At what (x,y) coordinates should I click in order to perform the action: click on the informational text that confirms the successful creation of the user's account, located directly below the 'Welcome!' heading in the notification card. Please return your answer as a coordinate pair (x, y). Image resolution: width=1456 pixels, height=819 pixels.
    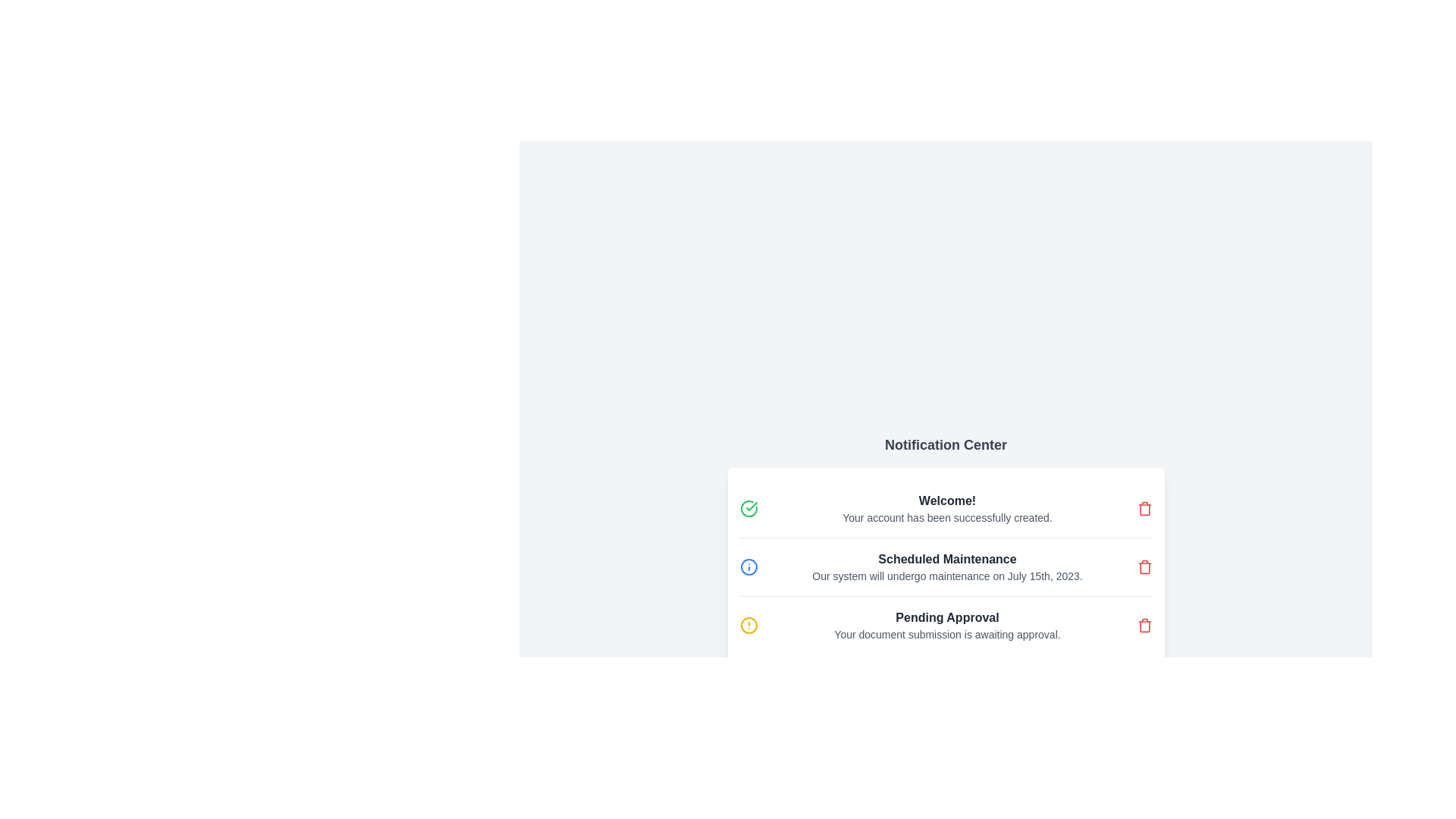
    Looking at the image, I should click on (946, 516).